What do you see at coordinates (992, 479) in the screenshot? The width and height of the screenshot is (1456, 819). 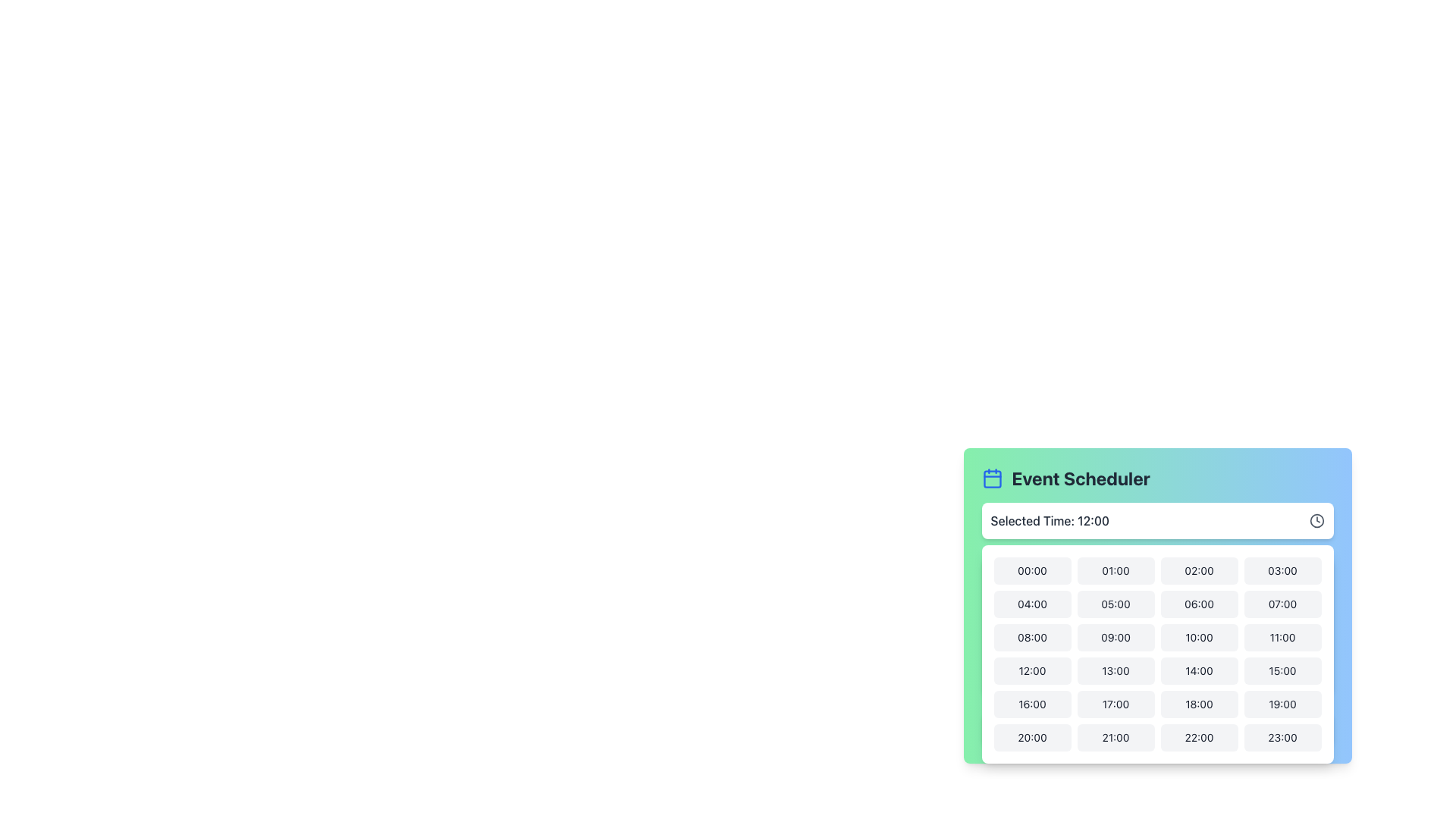 I see `the calendar icon representing the 'Event Scheduler' section, which is located on the top-left corner of the panel next to the header text 'Event Scheduler'` at bounding box center [992, 479].